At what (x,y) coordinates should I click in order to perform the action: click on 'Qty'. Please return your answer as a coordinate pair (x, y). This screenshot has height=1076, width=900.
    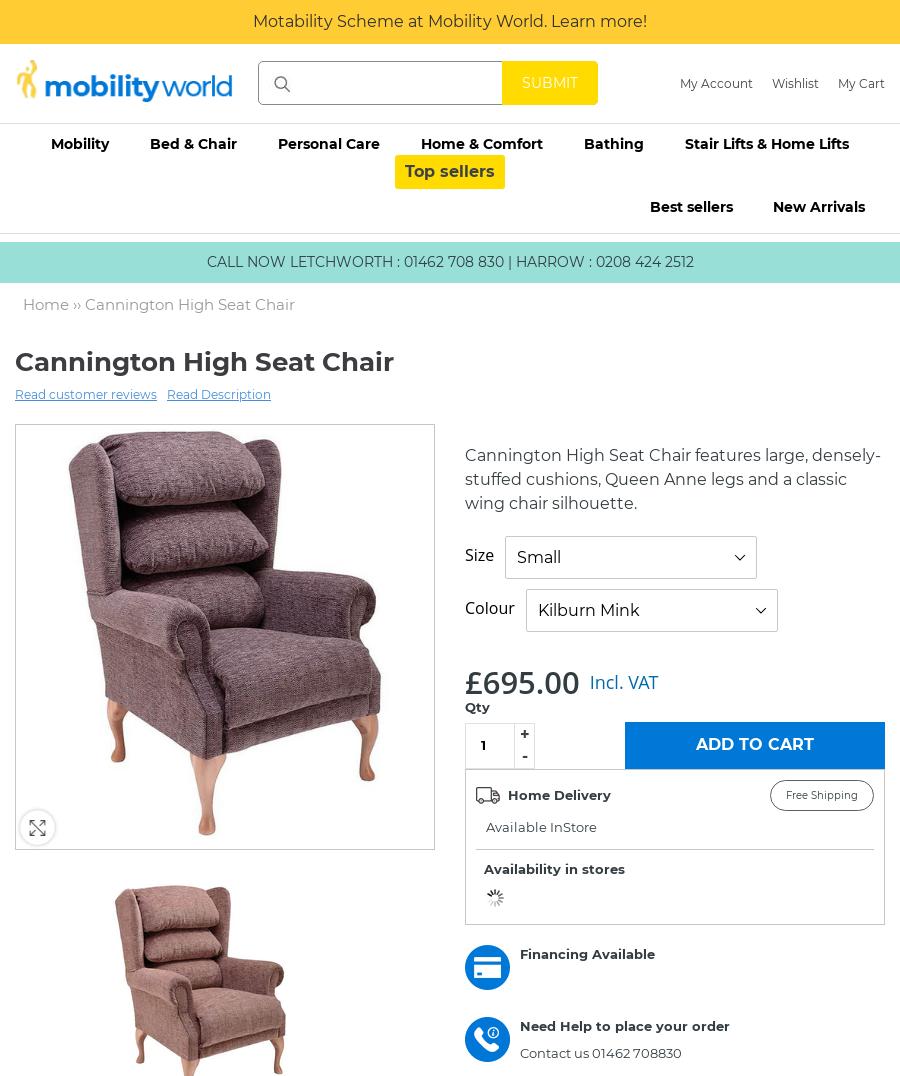
    Looking at the image, I should click on (476, 707).